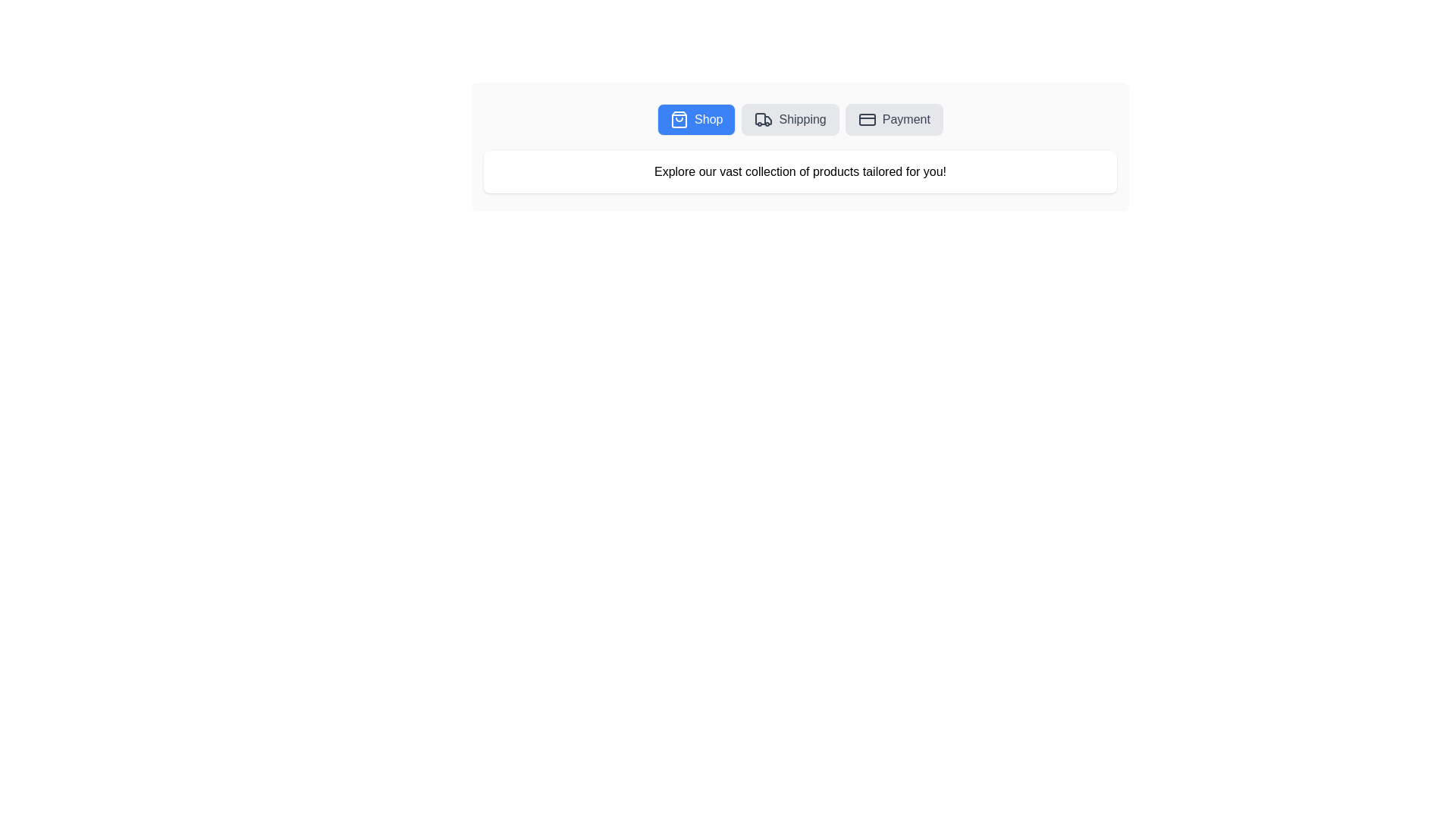 This screenshot has height=819, width=1456. What do you see at coordinates (799, 119) in the screenshot?
I see `the 'Shop' tab in the Tab Bar` at bounding box center [799, 119].